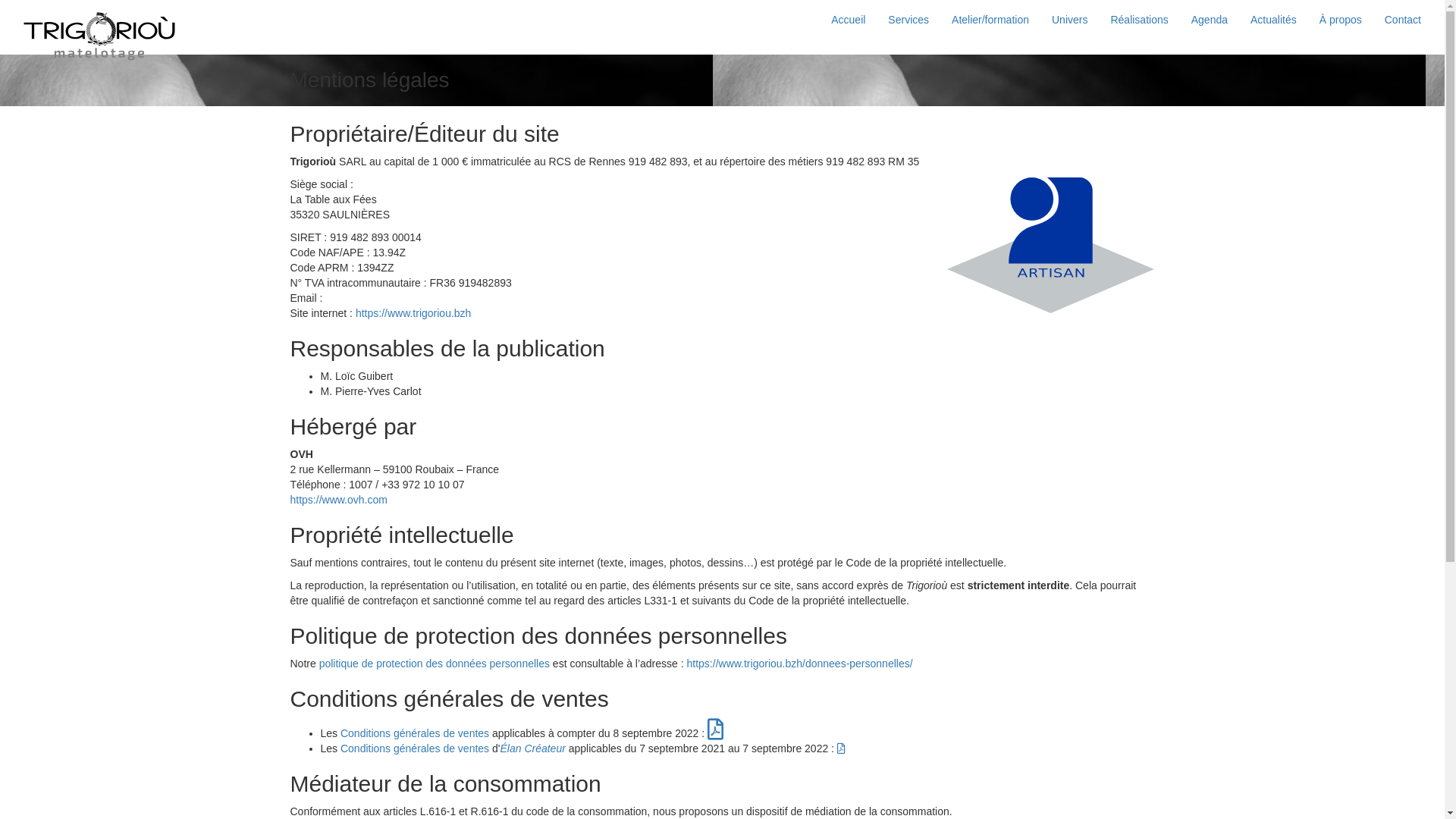 The height and width of the screenshot is (819, 1456). I want to click on 'Accueil', so click(847, 20).